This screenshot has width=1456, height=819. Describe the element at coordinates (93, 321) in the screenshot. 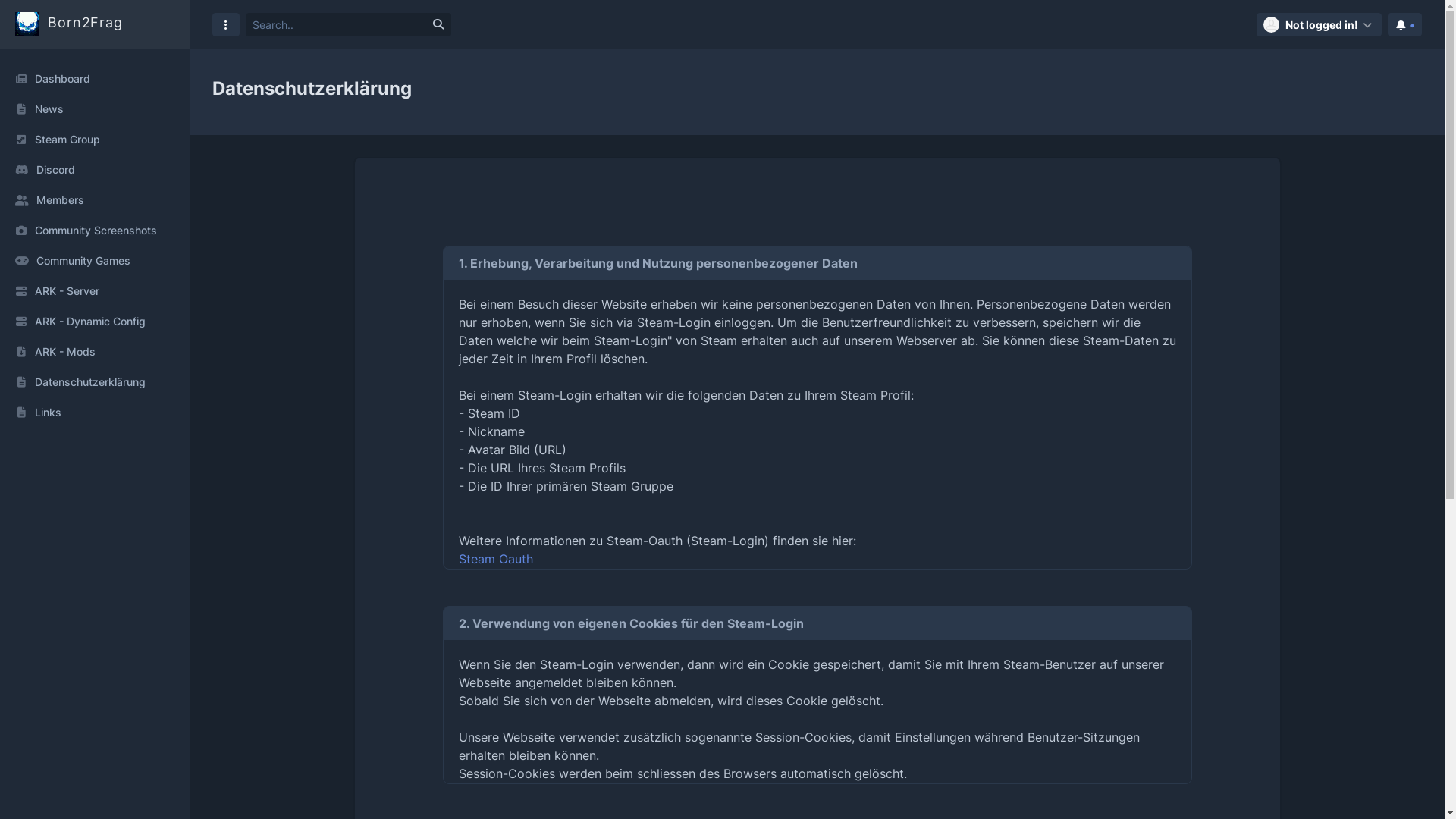

I see `'ARK - Dynamic Config'` at that location.